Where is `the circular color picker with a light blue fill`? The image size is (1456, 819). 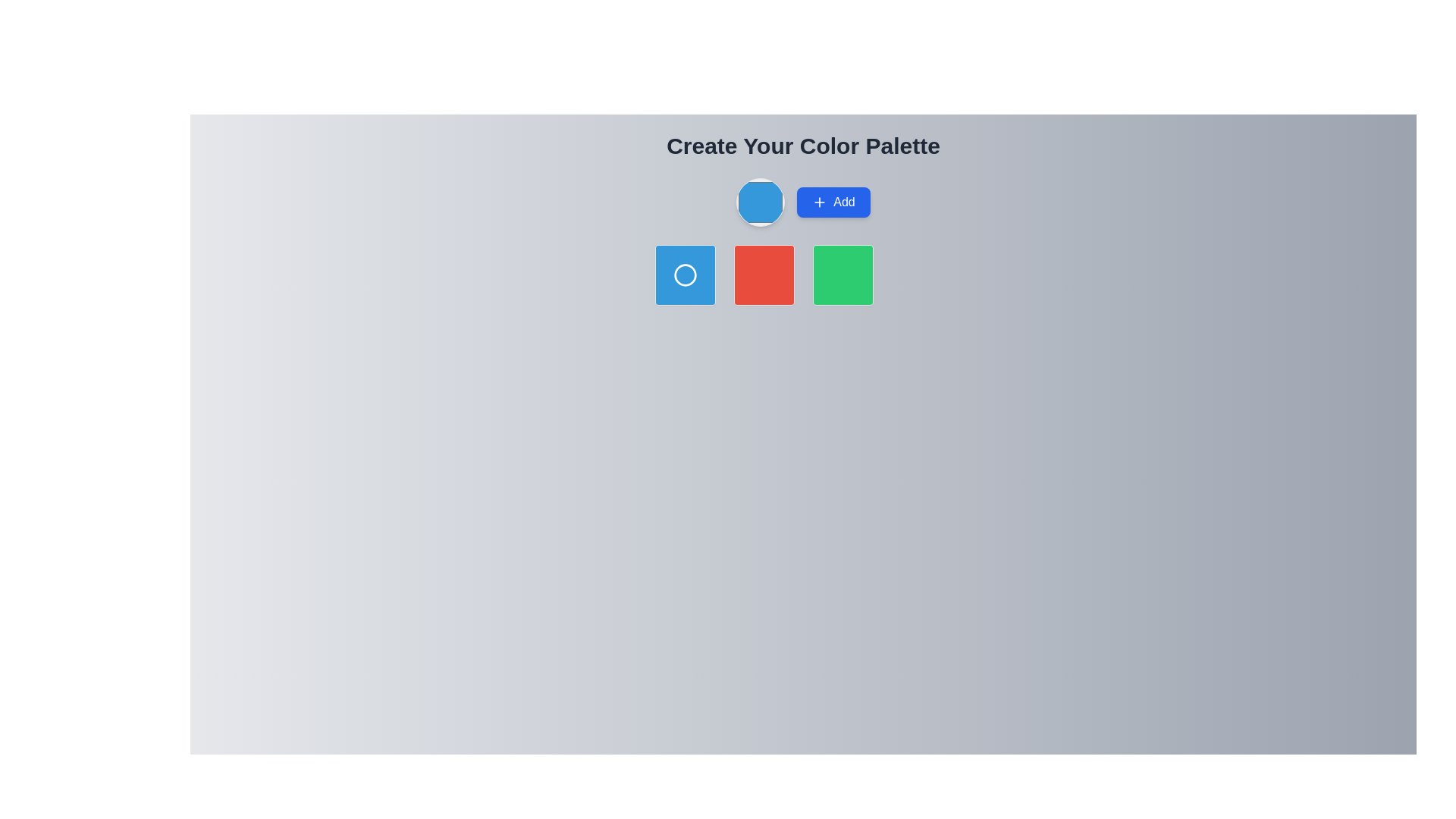 the circular color picker with a light blue fill is located at coordinates (761, 201).